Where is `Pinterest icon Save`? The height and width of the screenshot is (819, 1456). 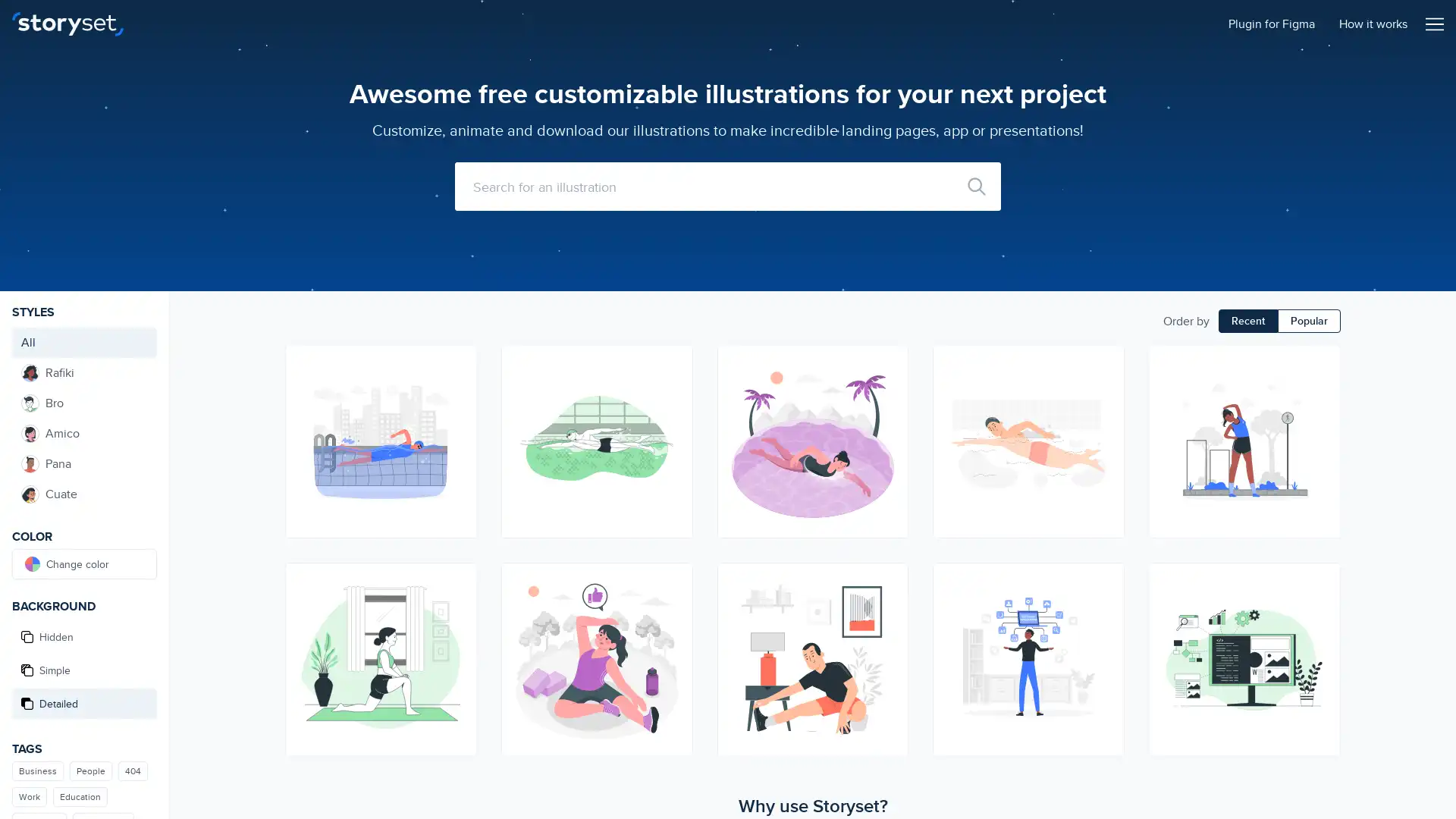 Pinterest icon Save is located at coordinates (457, 418).